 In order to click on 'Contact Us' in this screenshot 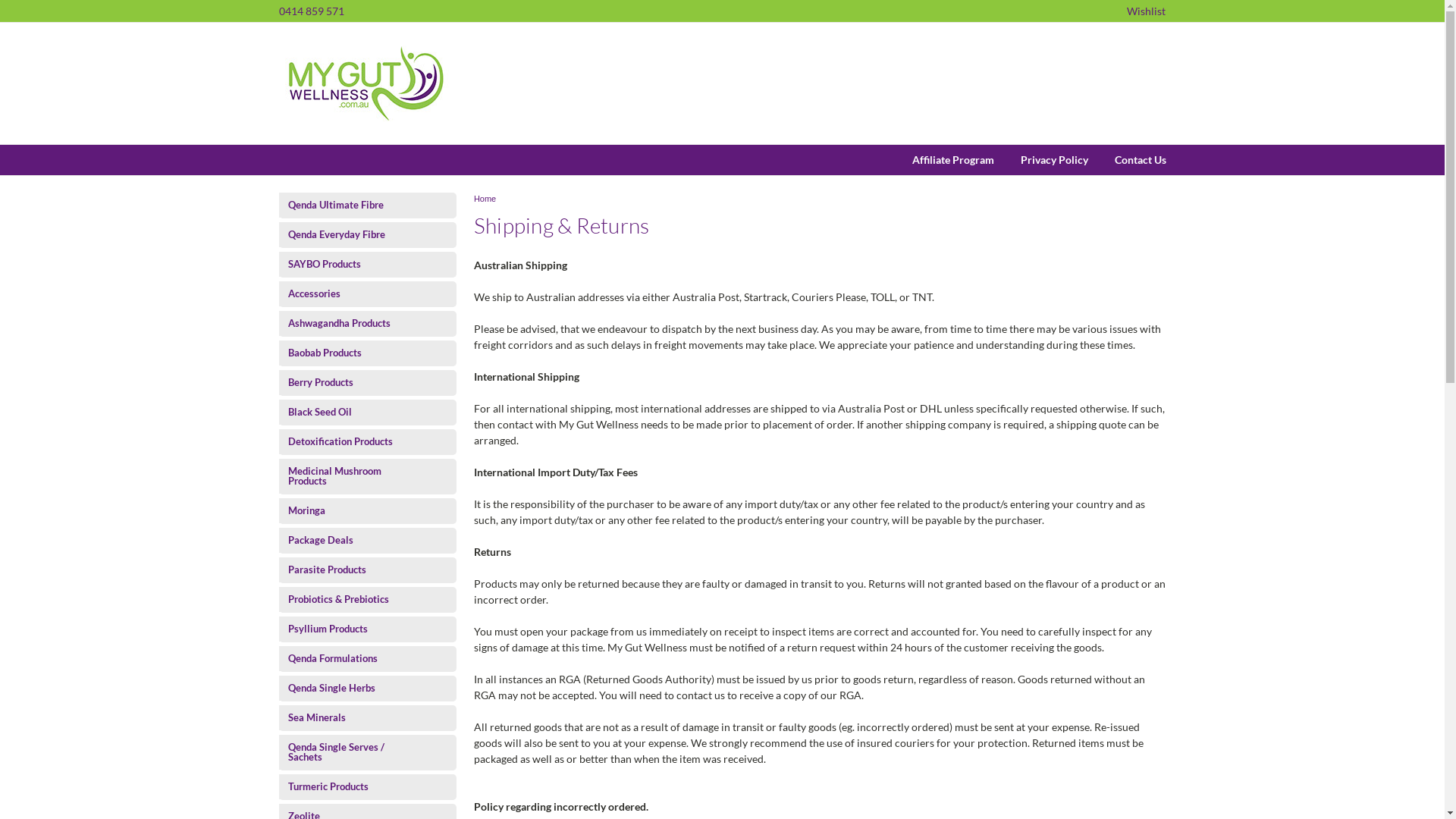, I will do `click(1126, 160)`.